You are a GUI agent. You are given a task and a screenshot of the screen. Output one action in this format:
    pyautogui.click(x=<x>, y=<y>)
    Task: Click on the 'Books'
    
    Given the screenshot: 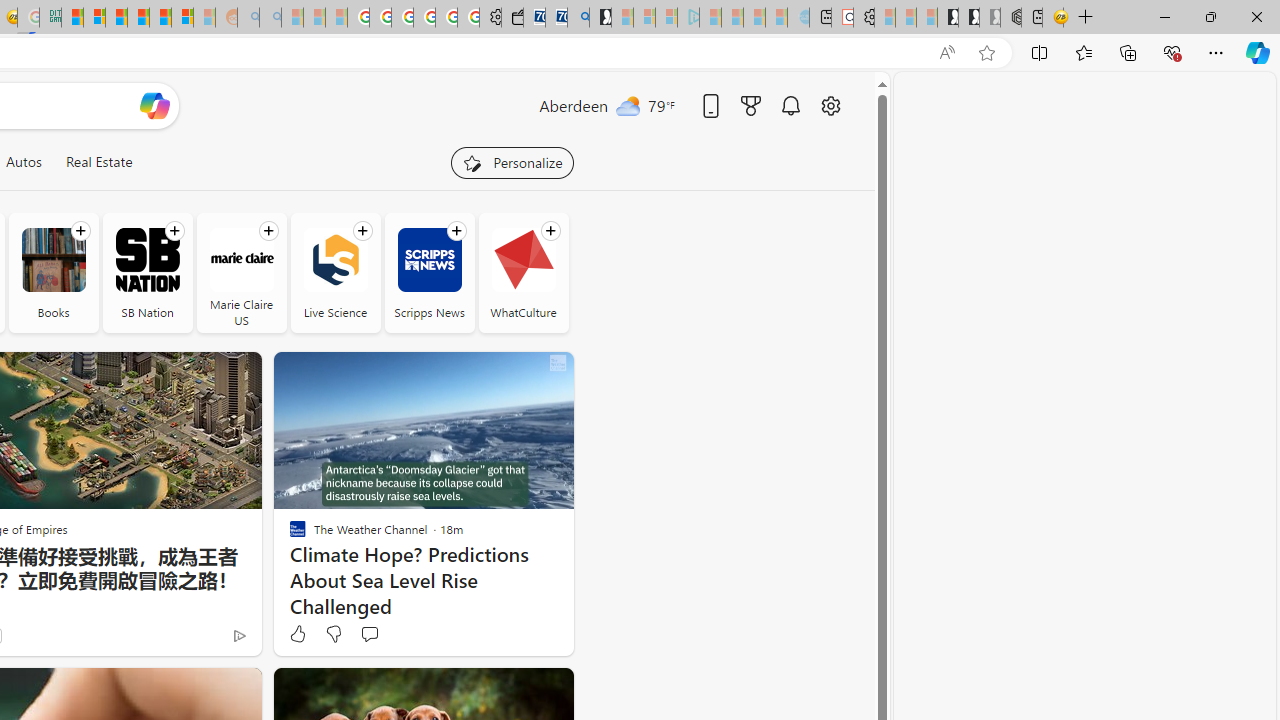 What is the action you would take?
    pyautogui.click(x=53, y=259)
    